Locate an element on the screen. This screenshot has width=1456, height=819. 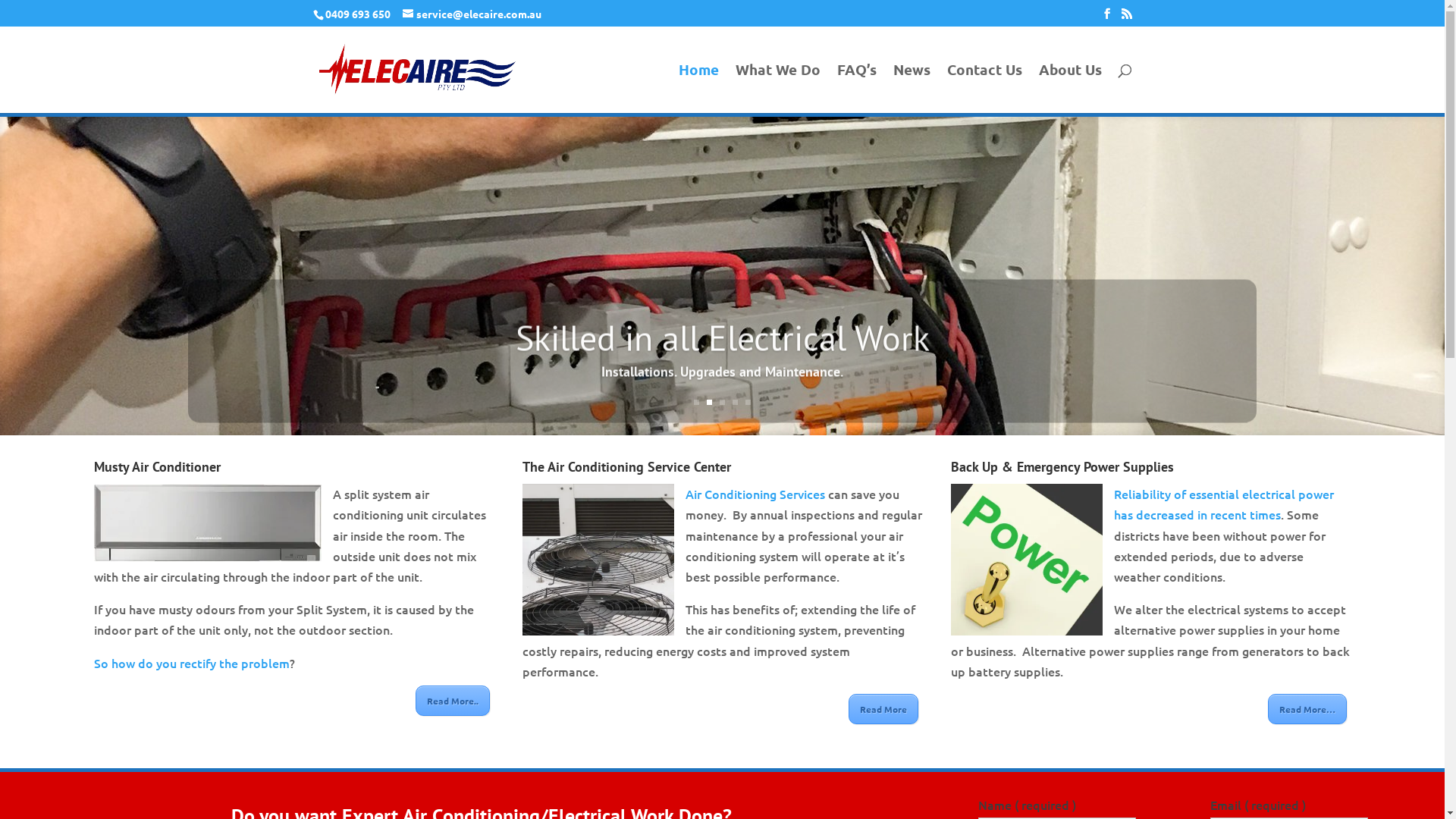
'0409 693 650' is located at coordinates (356, 12).